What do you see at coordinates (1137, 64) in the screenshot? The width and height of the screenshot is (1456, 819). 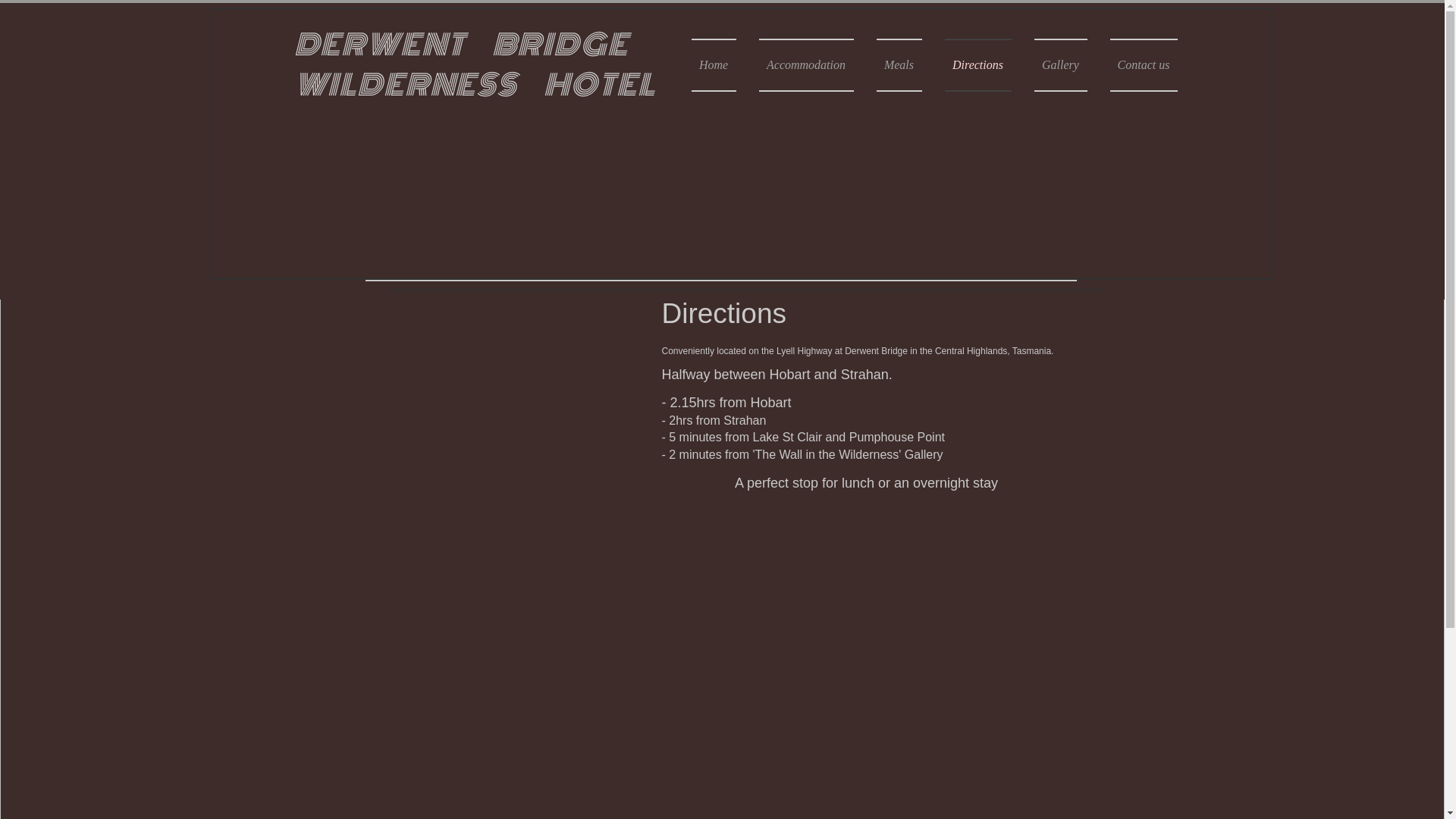 I see `'Contact us'` at bounding box center [1137, 64].